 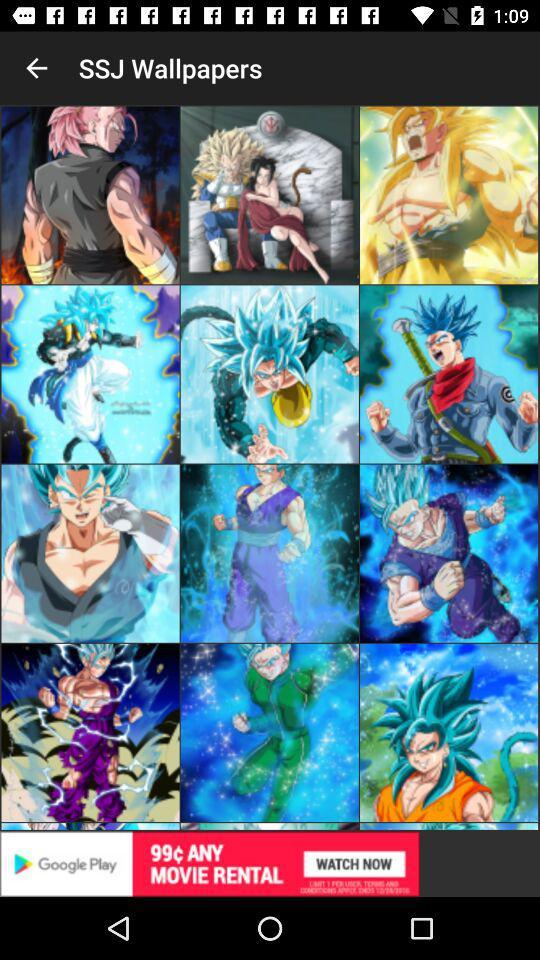 I want to click on the second image which is on the fourth vertical of the page, so click(x=270, y=731).